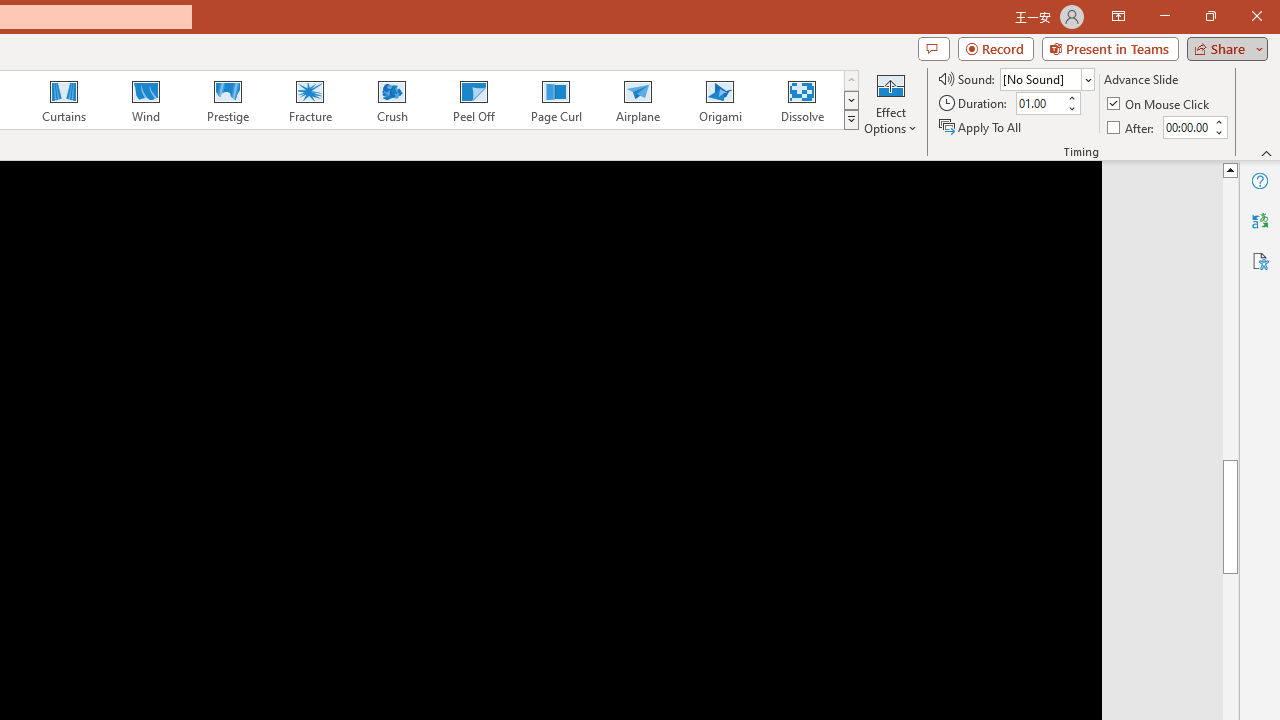 The image size is (1280, 720). I want to click on 'Page Curl', so click(555, 100).